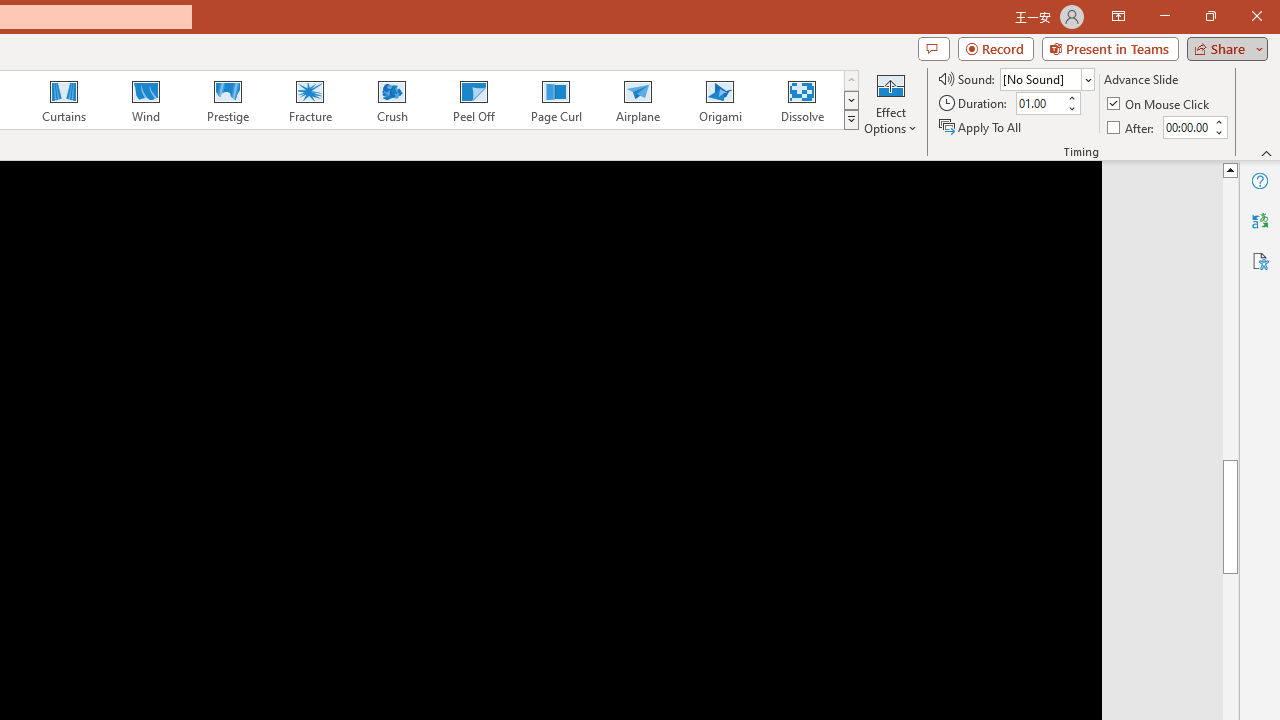 The image size is (1280, 720). I want to click on 'Page Curl', so click(555, 100).